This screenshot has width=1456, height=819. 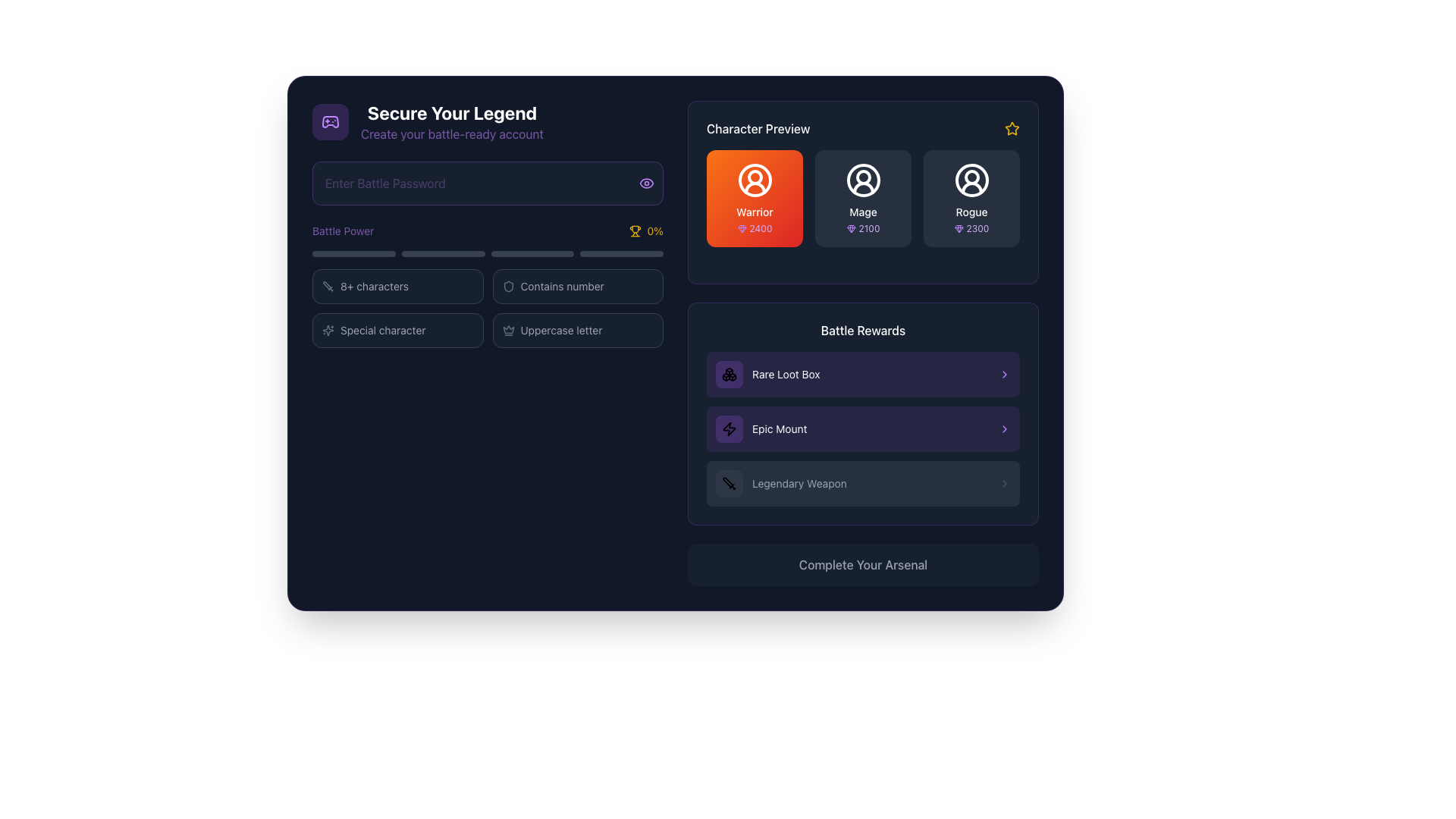 I want to click on the gem icon representing the reward or score for the 'Rogue' character, located to the left of the text '2300' in the 'Character Preview' section, so click(x=958, y=228).